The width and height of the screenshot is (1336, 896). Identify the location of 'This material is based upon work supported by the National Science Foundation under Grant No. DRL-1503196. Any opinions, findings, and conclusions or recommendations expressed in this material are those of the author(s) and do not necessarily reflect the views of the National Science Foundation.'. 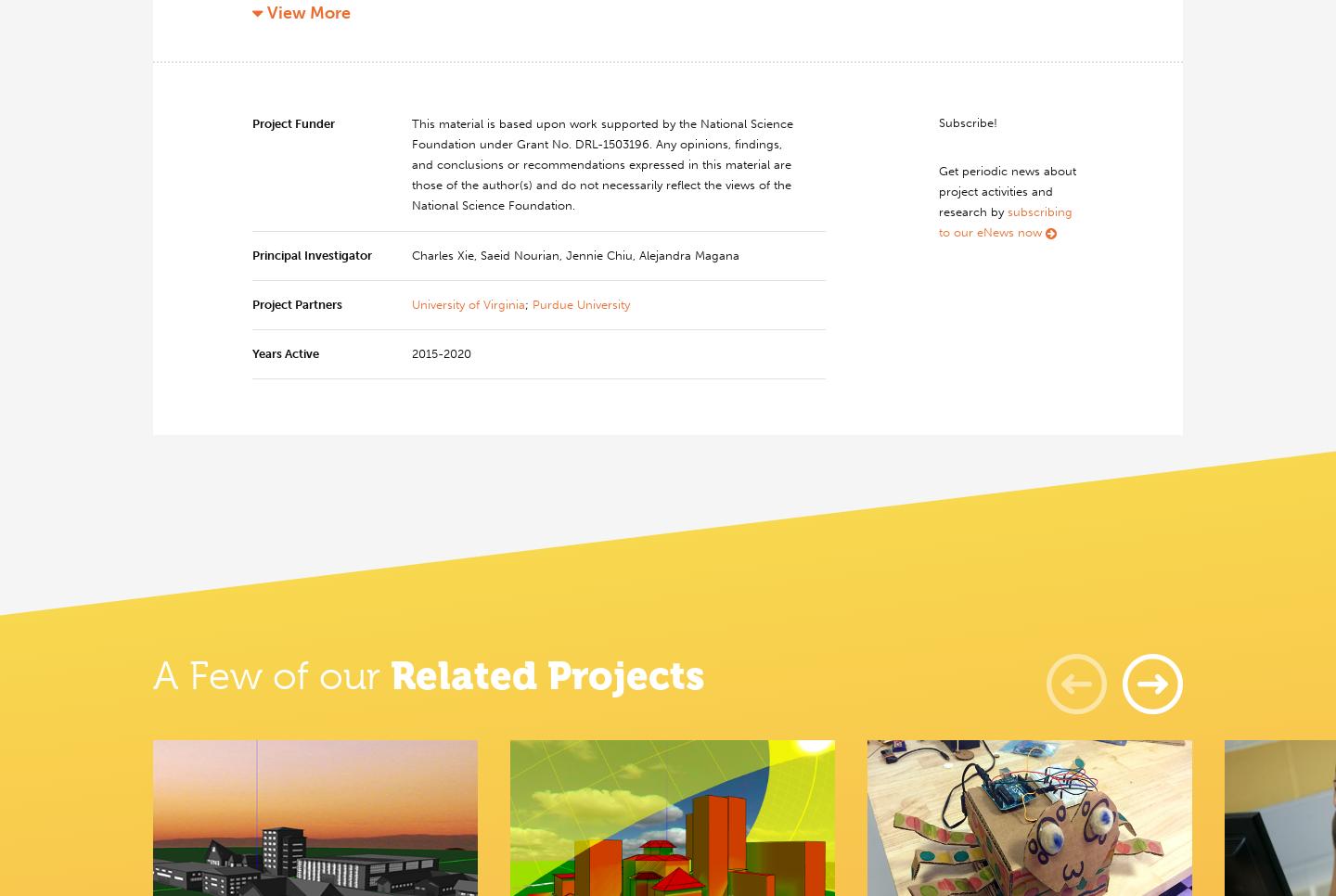
(601, 164).